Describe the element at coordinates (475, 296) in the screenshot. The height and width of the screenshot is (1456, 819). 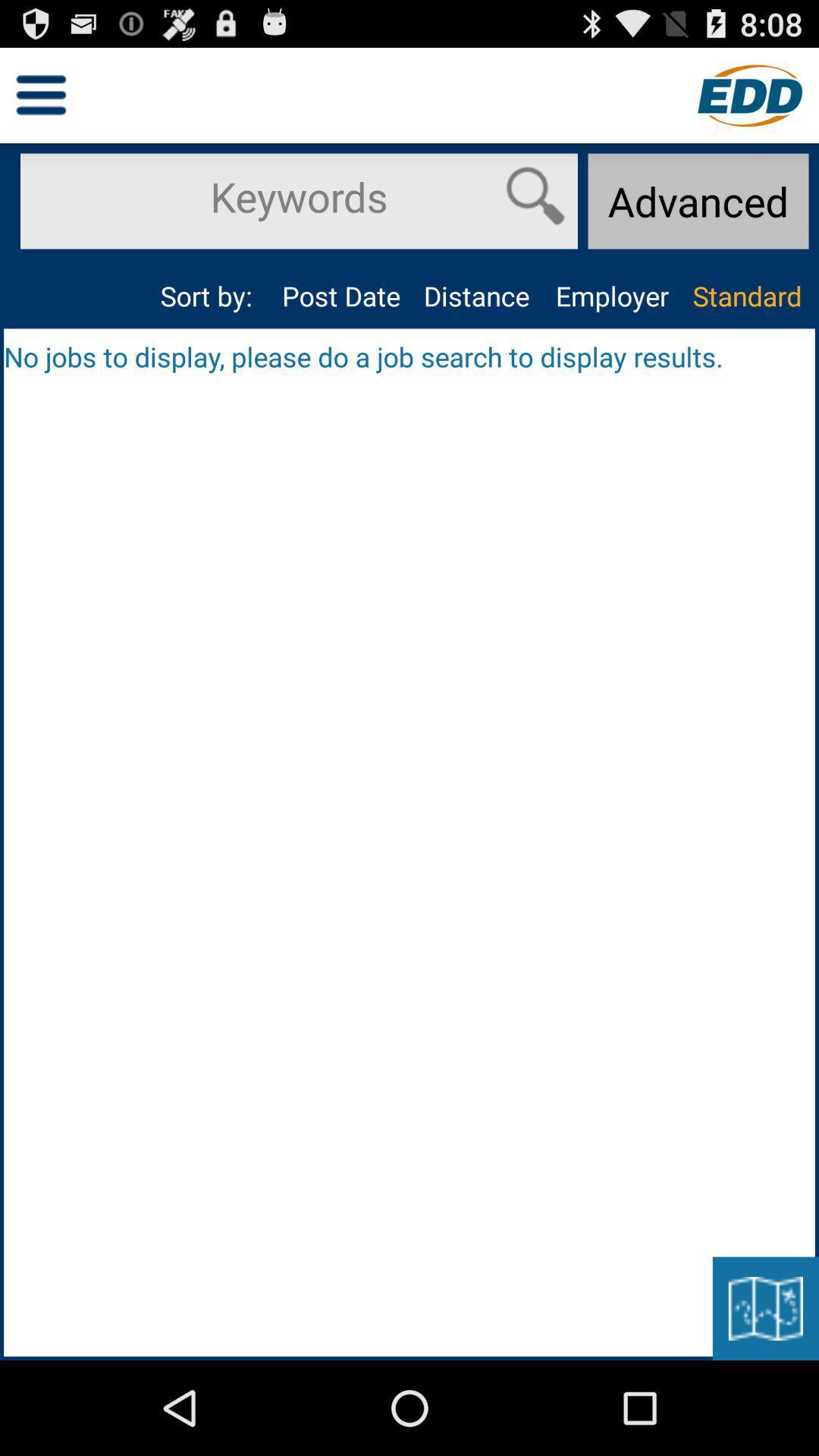
I see `app to the right of the post date icon` at that location.